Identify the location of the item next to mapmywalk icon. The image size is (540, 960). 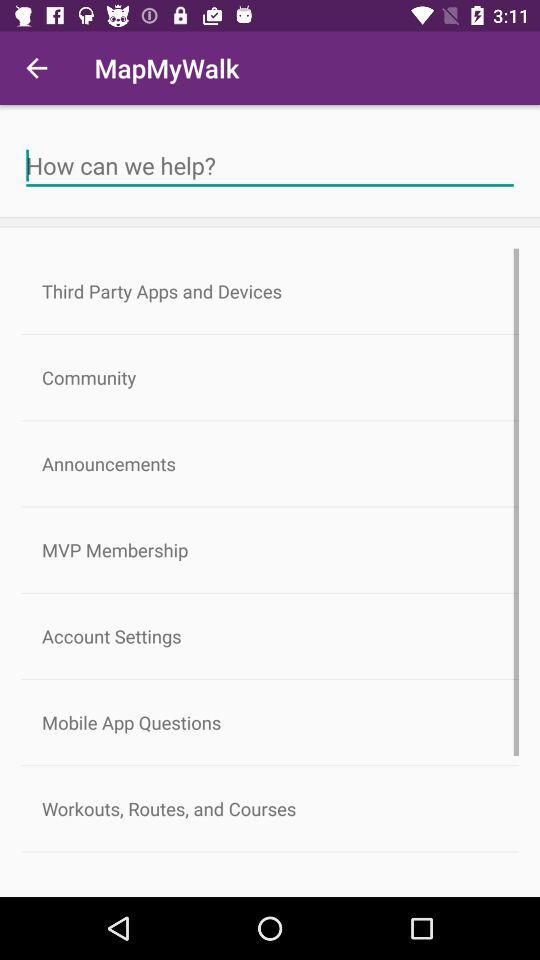
(36, 68).